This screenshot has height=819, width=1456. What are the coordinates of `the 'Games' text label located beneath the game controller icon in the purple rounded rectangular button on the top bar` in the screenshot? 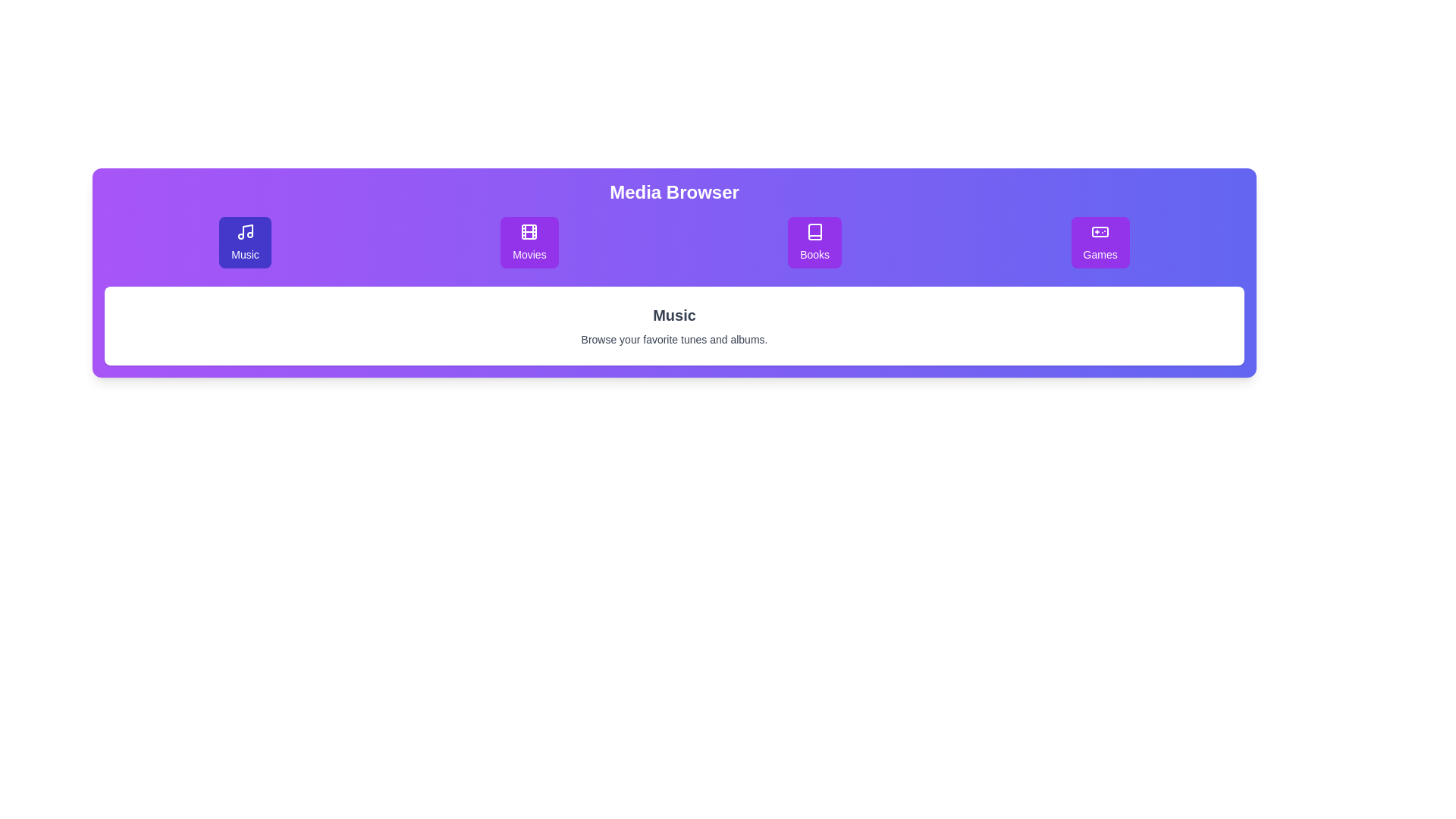 It's located at (1100, 253).